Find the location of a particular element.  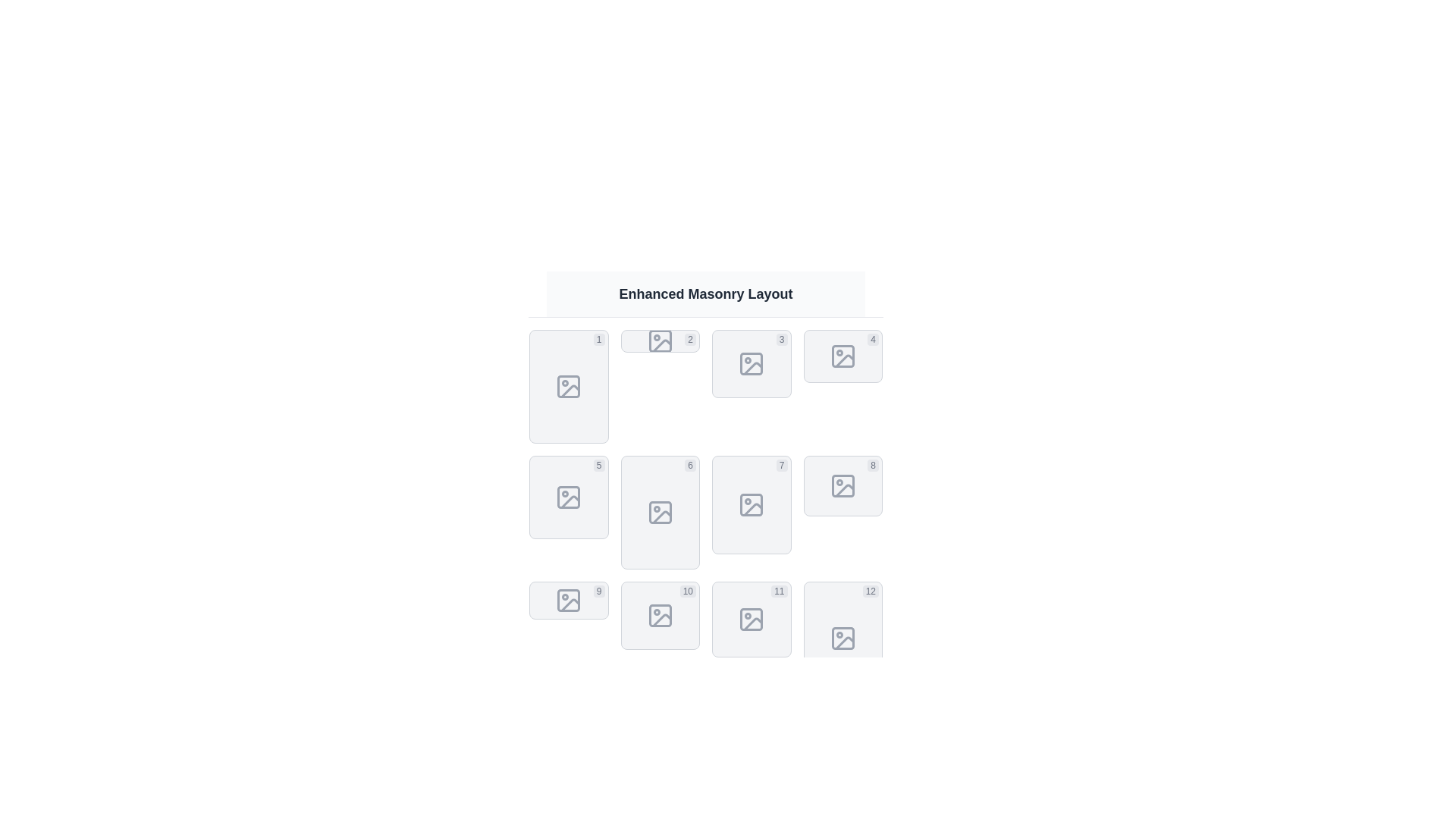

the badge located at the top-right corner of the 10th card in the grid layout, which displays a count or identifier is located at coordinates (687, 590).